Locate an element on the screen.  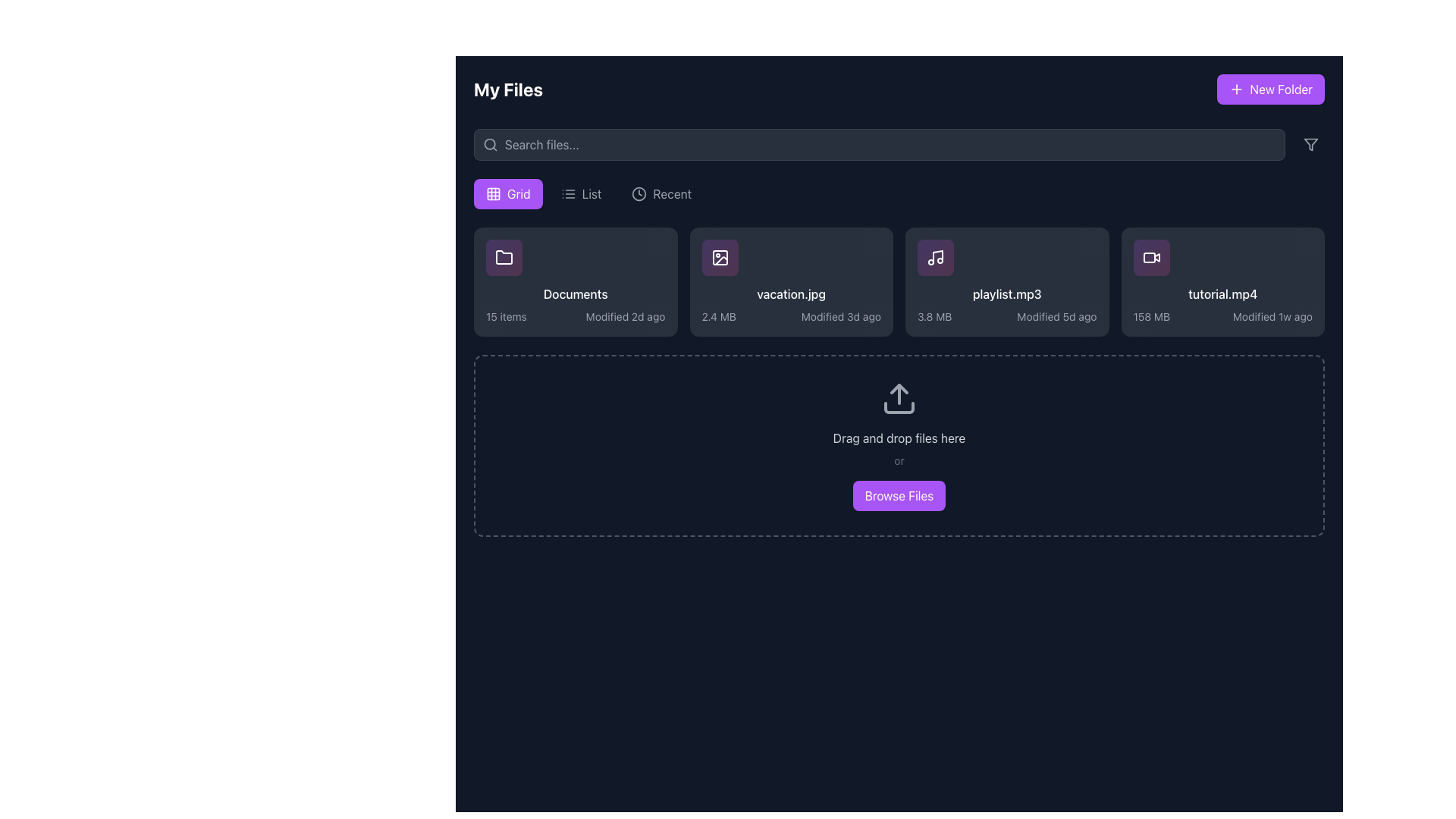
displayed text 'tutorial.mp4' from the text label located in the rightmost grid item below the 'play' icon is located at coordinates (1222, 294).